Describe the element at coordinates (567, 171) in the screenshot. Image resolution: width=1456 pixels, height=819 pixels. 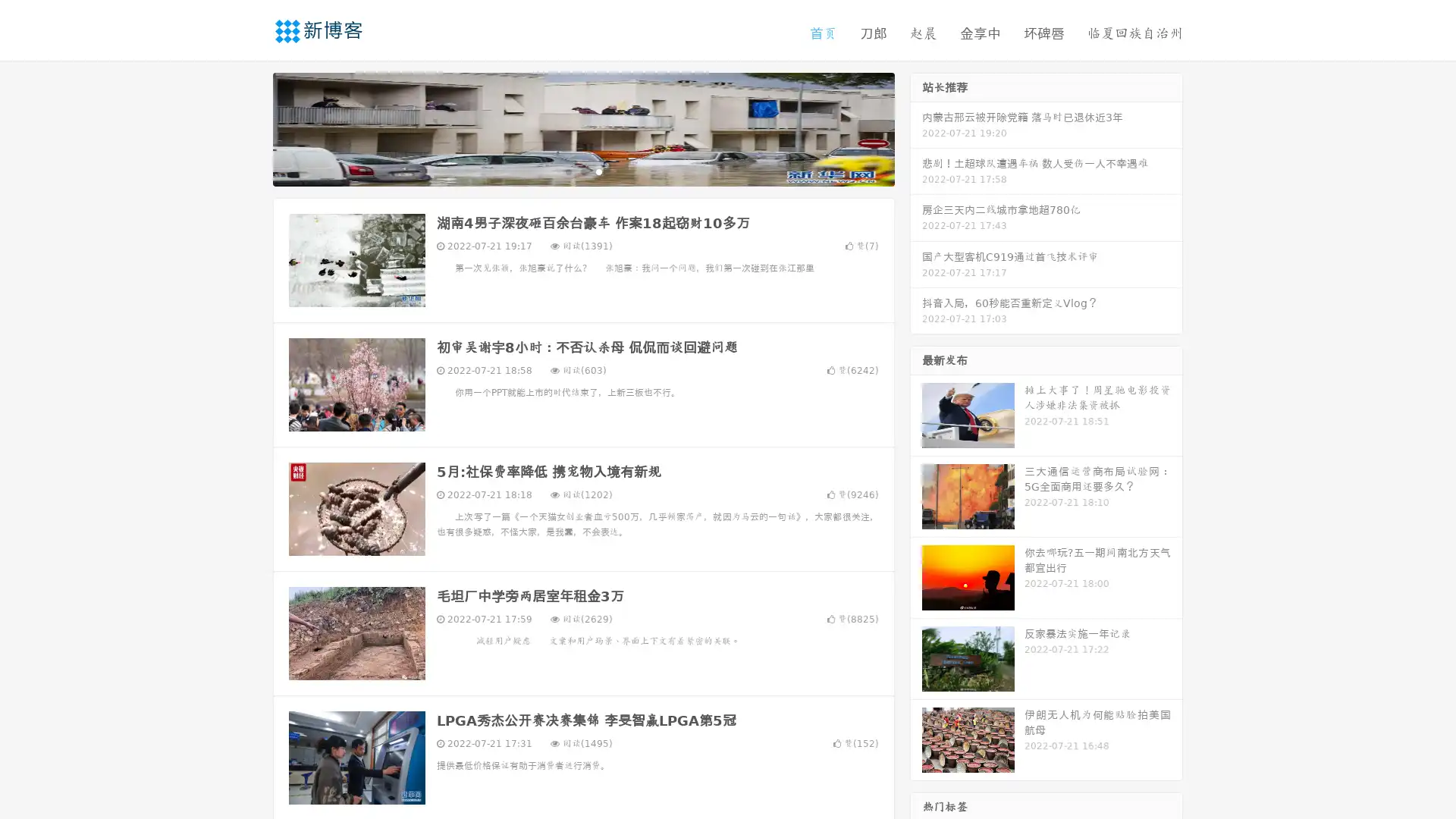
I see `Go to slide 1` at that location.